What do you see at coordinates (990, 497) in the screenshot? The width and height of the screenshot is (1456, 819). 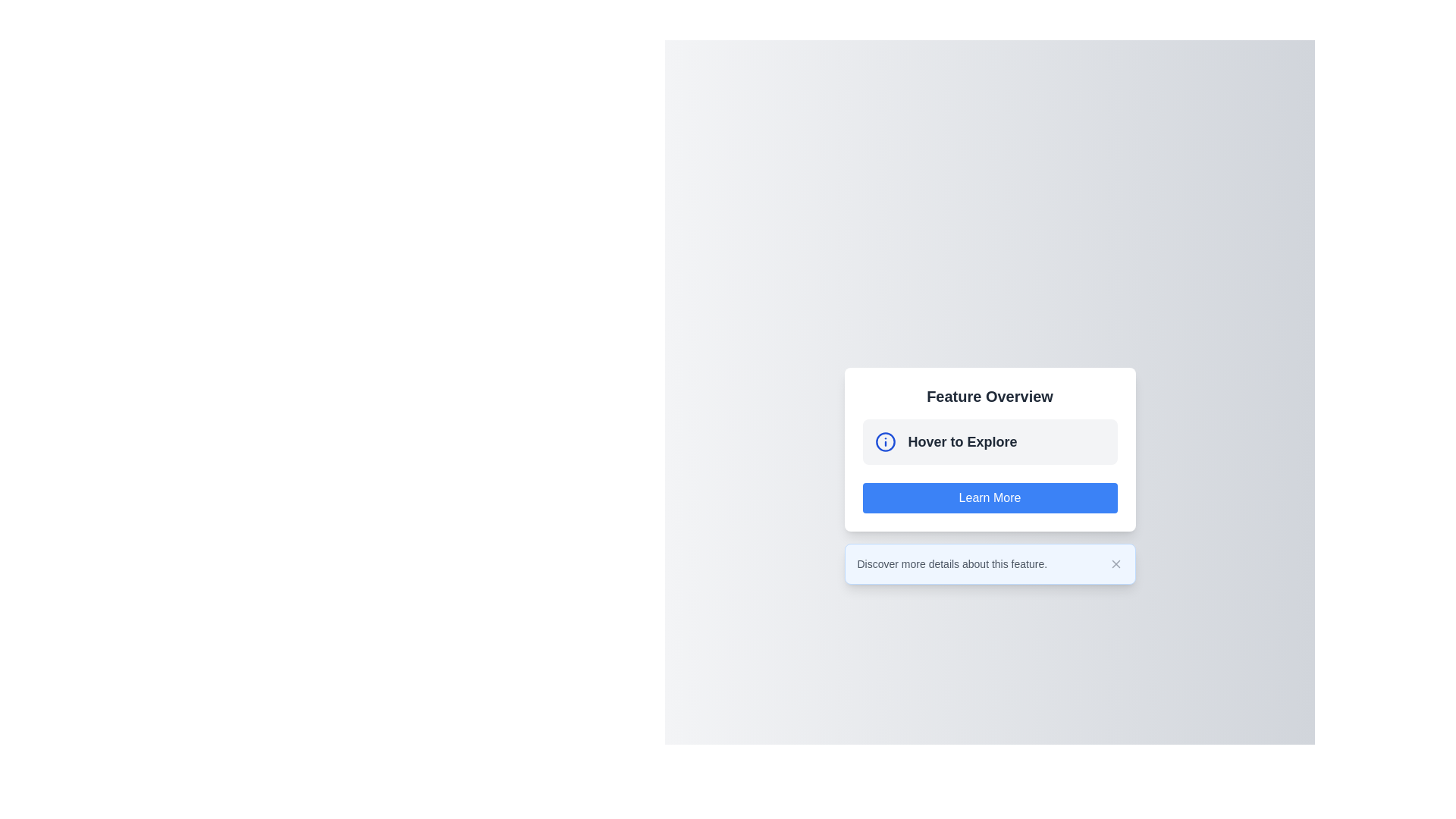 I see `the 'Learn More' button with a blue background and white text` at bounding box center [990, 497].